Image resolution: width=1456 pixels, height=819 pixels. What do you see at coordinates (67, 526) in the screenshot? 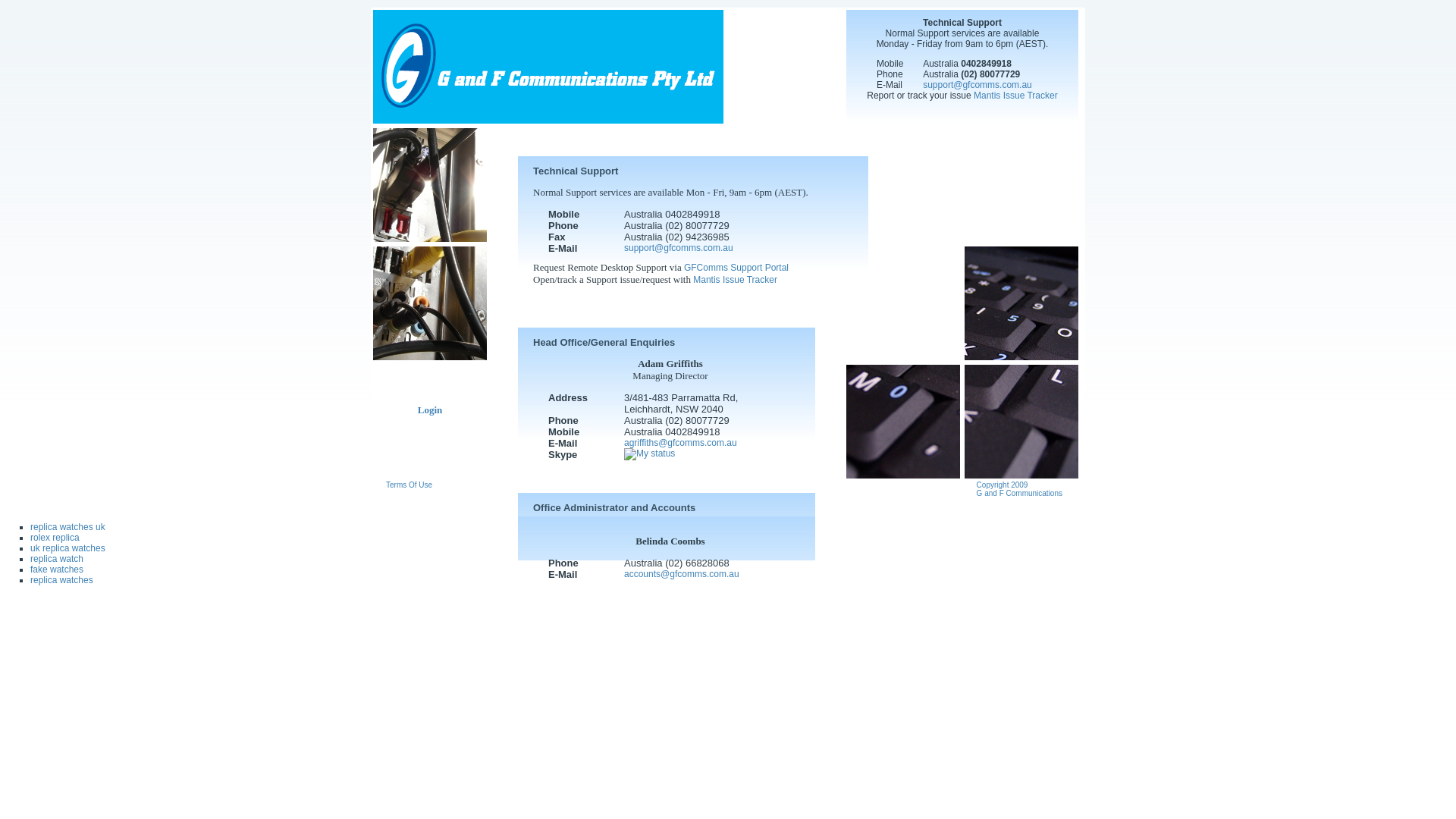
I see `'replica watches uk'` at bounding box center [67, 526].